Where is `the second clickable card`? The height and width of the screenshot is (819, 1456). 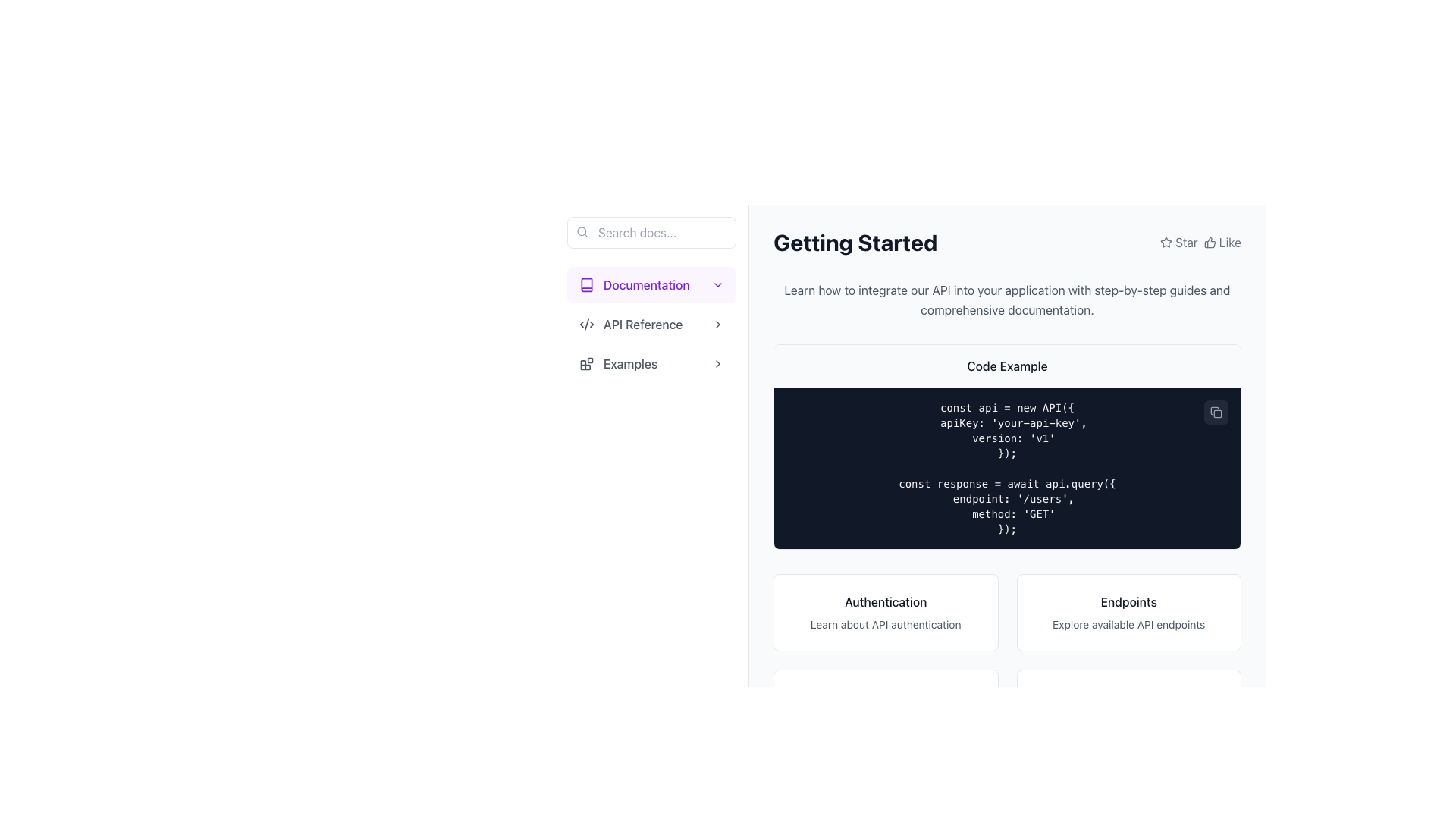
the second clickable card is located at coordinates (1128, 611).